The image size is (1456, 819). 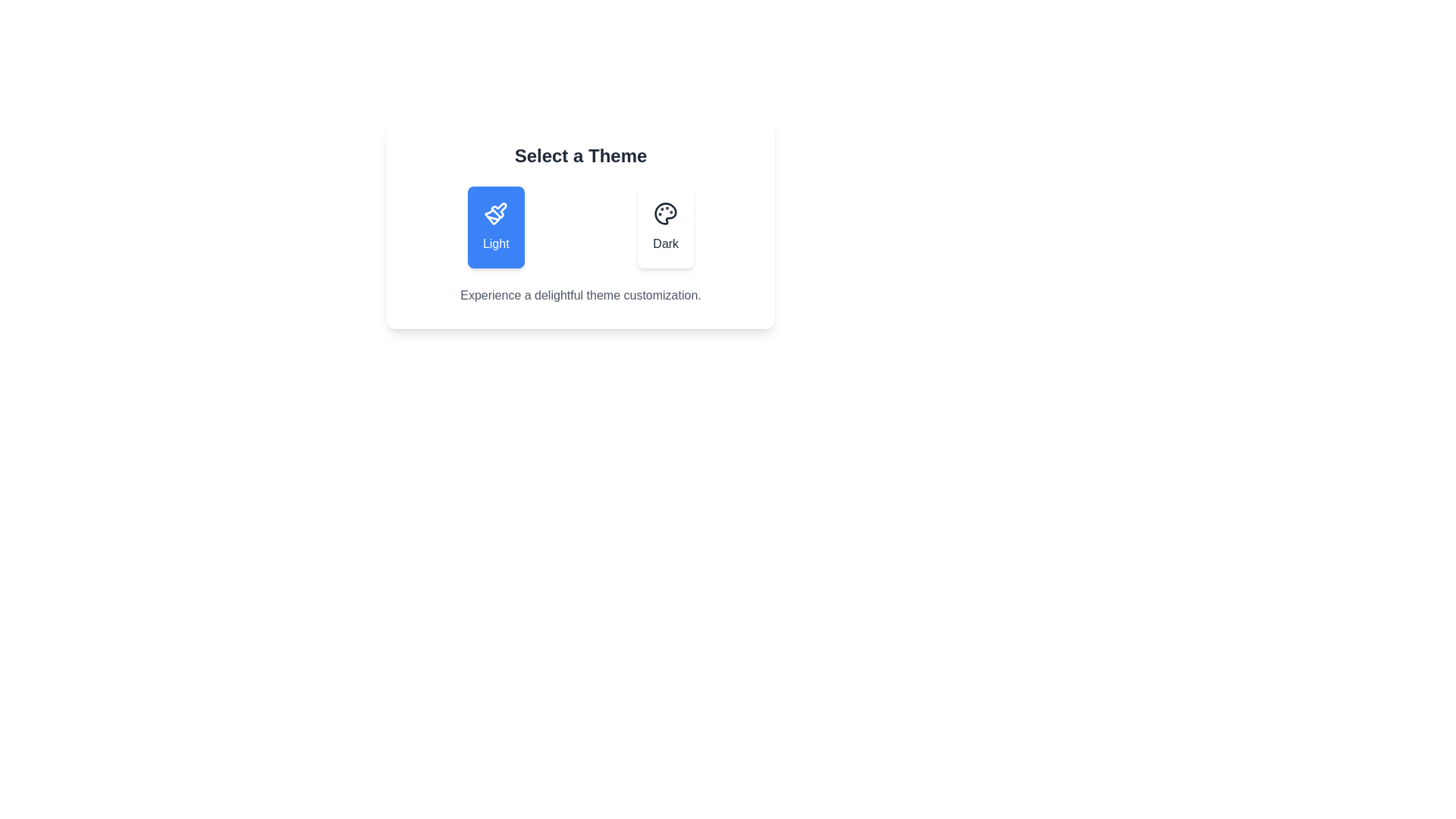 What do you see at coordinates (666, 227) in the screenshot?
I see `the 'Dark' theme button to select the dark theme` at bounding box center [666, 227].